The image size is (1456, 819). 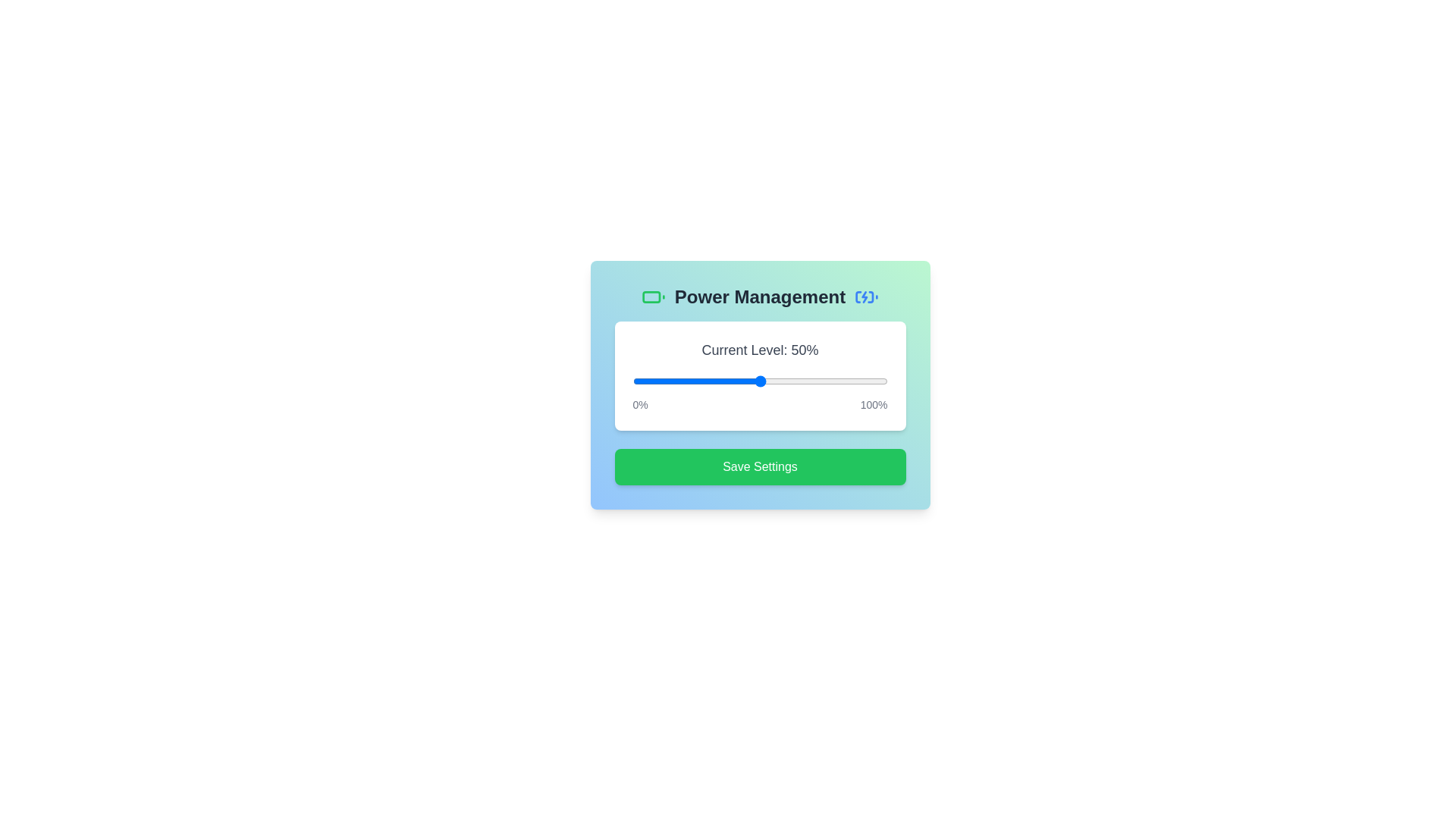 What do you see at coordinates (760, 466) in the screenshot?
I see `'Save Settings' button to save the current power level` at bounding box center [760, 466].